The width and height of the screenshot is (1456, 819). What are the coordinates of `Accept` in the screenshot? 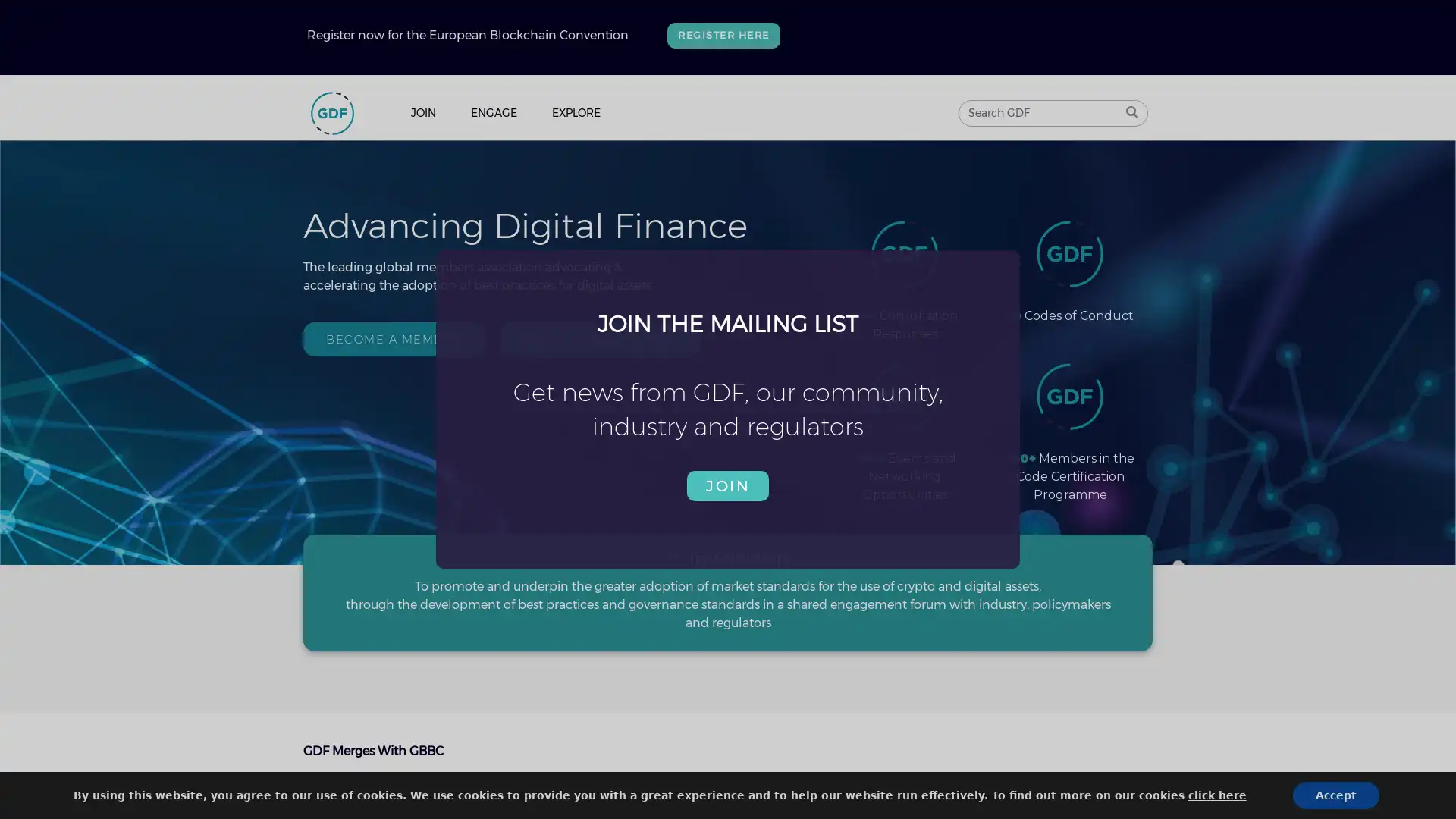 It's located at (1214, 795).